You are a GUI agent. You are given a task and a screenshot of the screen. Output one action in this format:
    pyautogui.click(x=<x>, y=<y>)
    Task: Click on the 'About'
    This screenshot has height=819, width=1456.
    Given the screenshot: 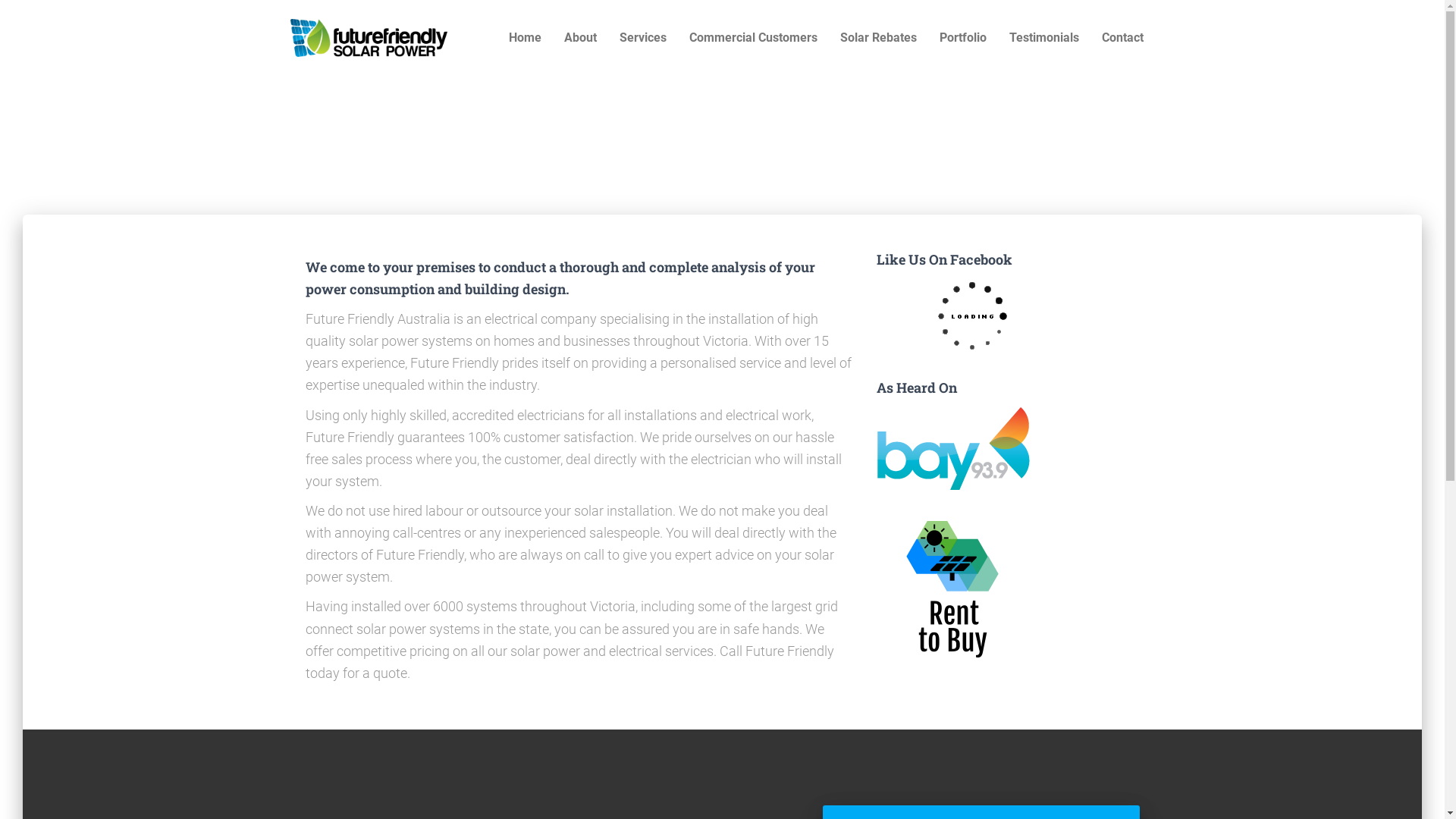 What is the action you would take?
    pyautogui.click(x=579, y=37)
    